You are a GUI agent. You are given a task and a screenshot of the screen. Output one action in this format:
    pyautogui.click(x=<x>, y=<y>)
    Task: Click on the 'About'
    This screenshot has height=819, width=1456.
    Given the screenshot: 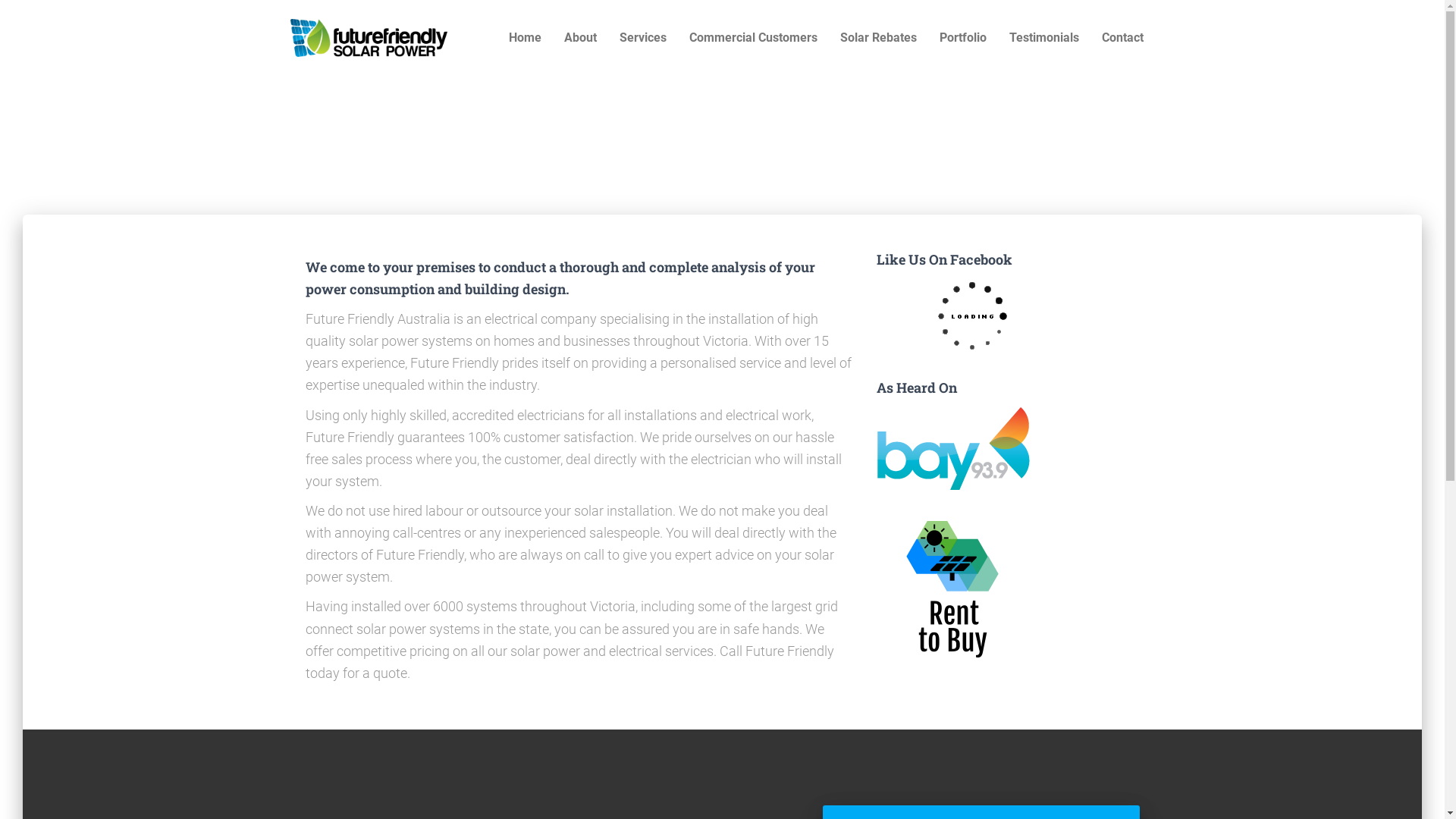 What is the action you would take?
    pyautogui.click(x=579, y=37)
    